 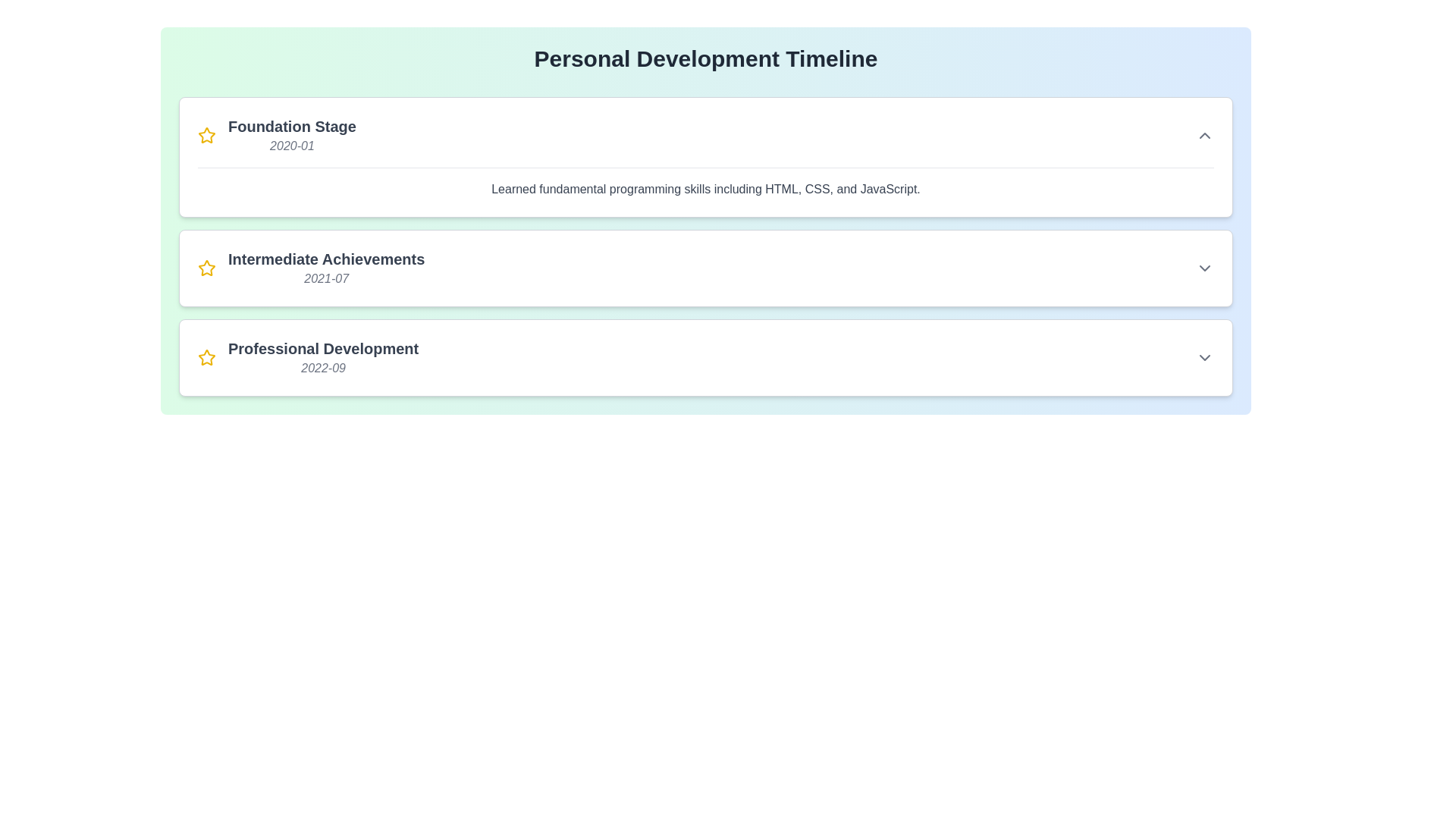 What do you see at coordinates (292, 146) in the screenshot?
I see `text label displaying '2020-01' styled in italic with a gray font color, located beneath the title 'Foundation Stage' in the 'Personal Development Timeline'` at bounding box center [292, 146].